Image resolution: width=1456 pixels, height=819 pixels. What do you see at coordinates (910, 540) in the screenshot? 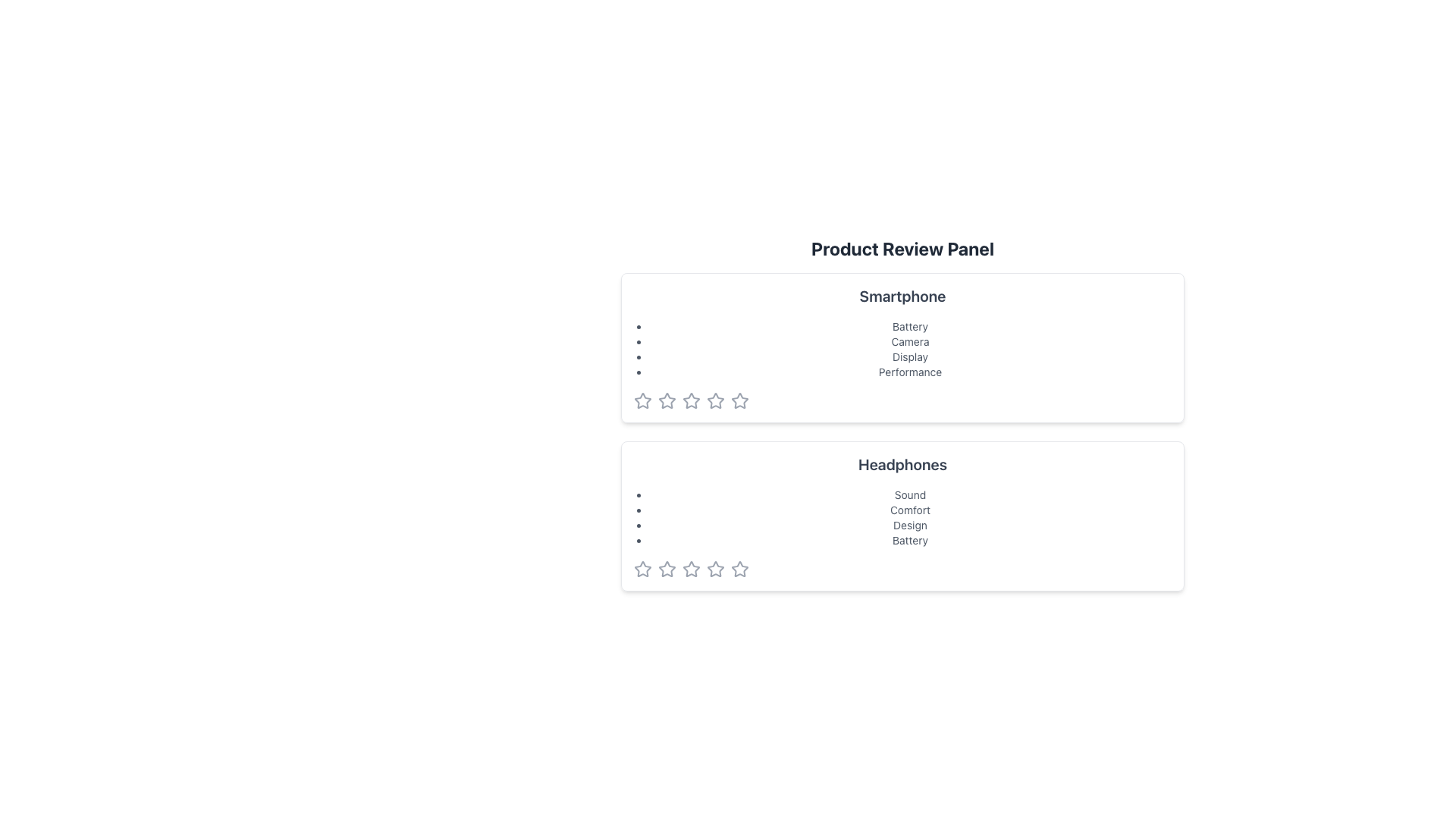
I see `the 'Battery' performance criterion list item in the 'Headphones' product review section, which is the fourth item in a vertical list` at bounding box center [910, 540].